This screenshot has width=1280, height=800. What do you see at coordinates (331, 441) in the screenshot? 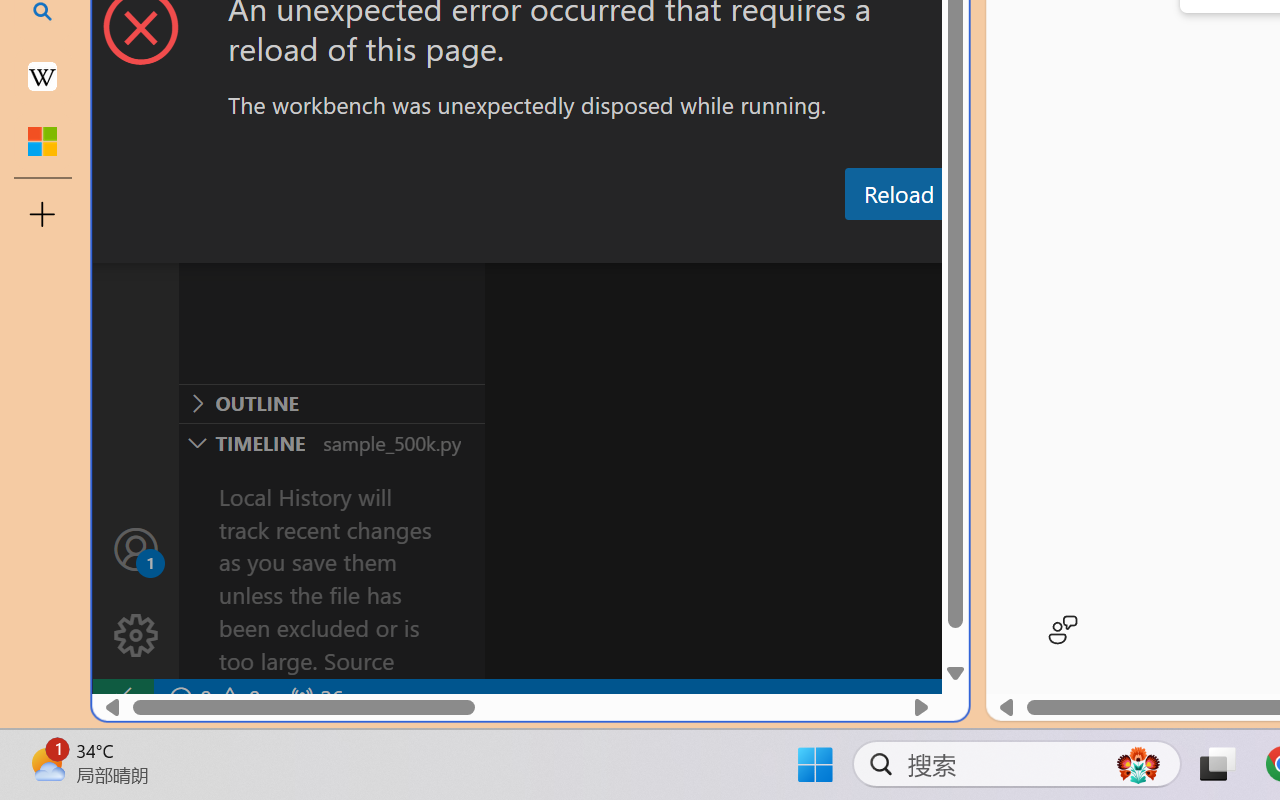
I see `'Timeline Section'` at bounding box center [331, 441].